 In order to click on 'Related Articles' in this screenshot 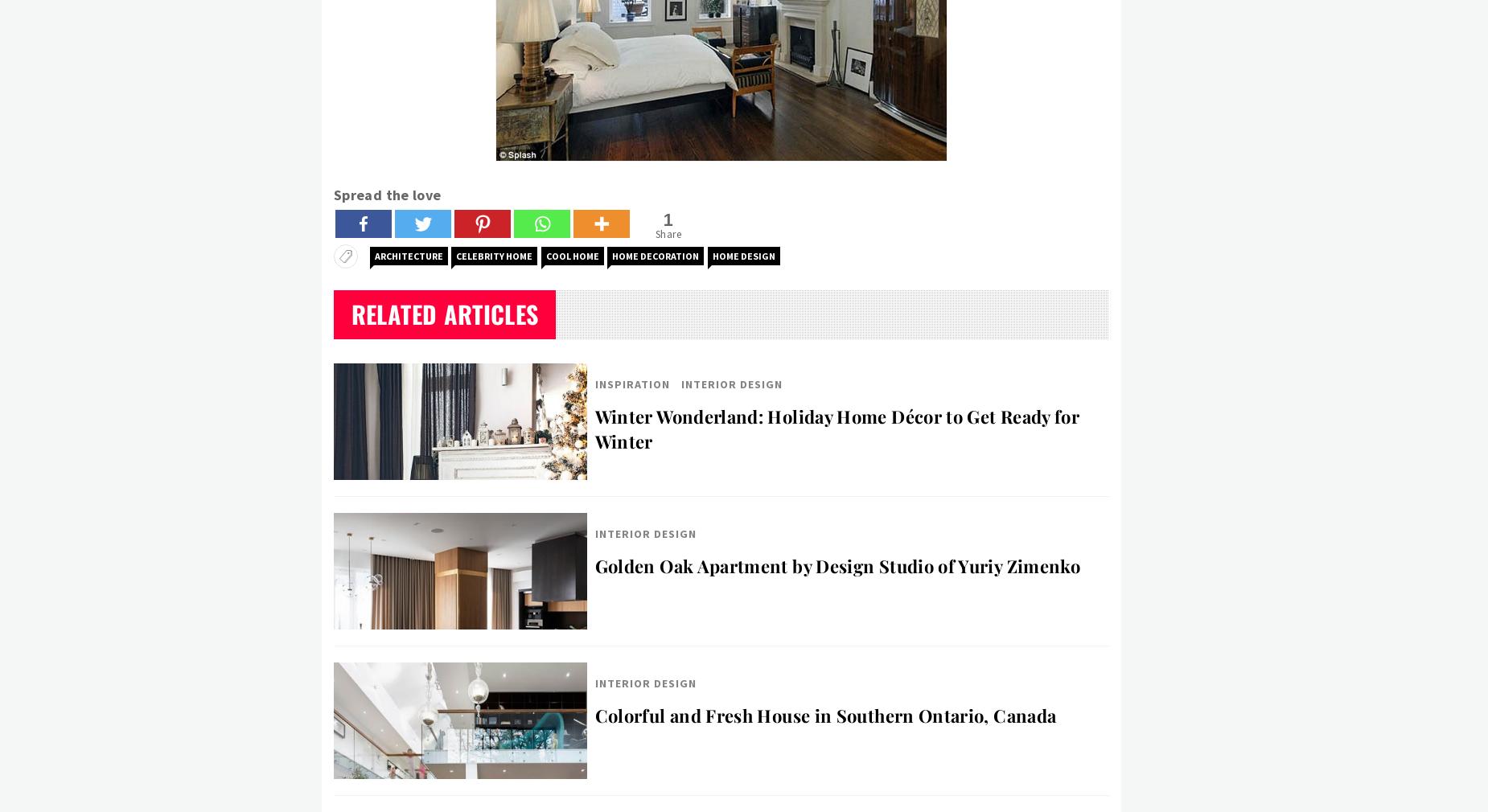, I will do `click(444, 314)`.